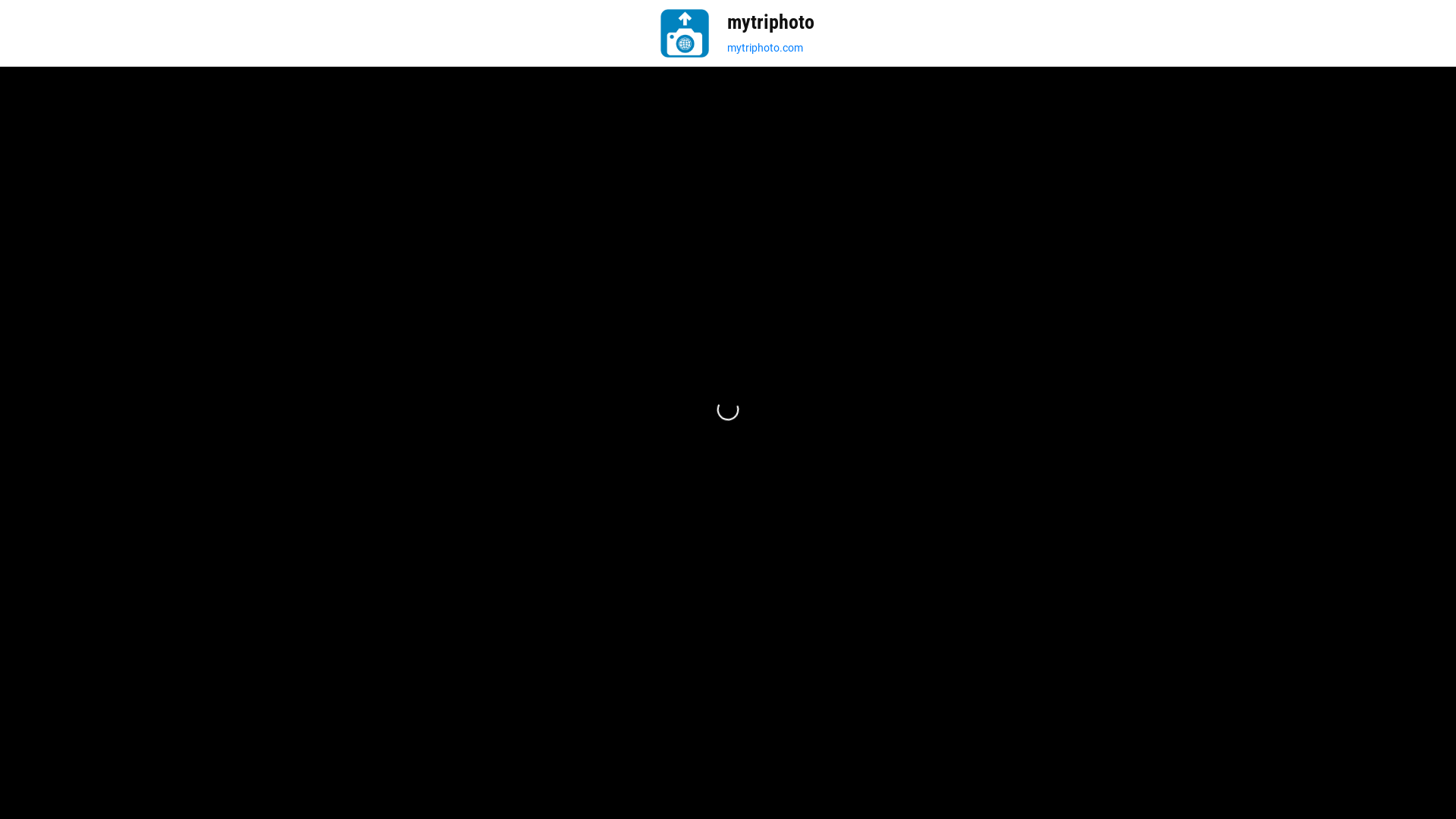 This screenshot has height=819, width=1456. What do you see at coordinates (726, 47) in the screenshot?
I see `'mytriphoto.com'` at bounding box center [726, 47].